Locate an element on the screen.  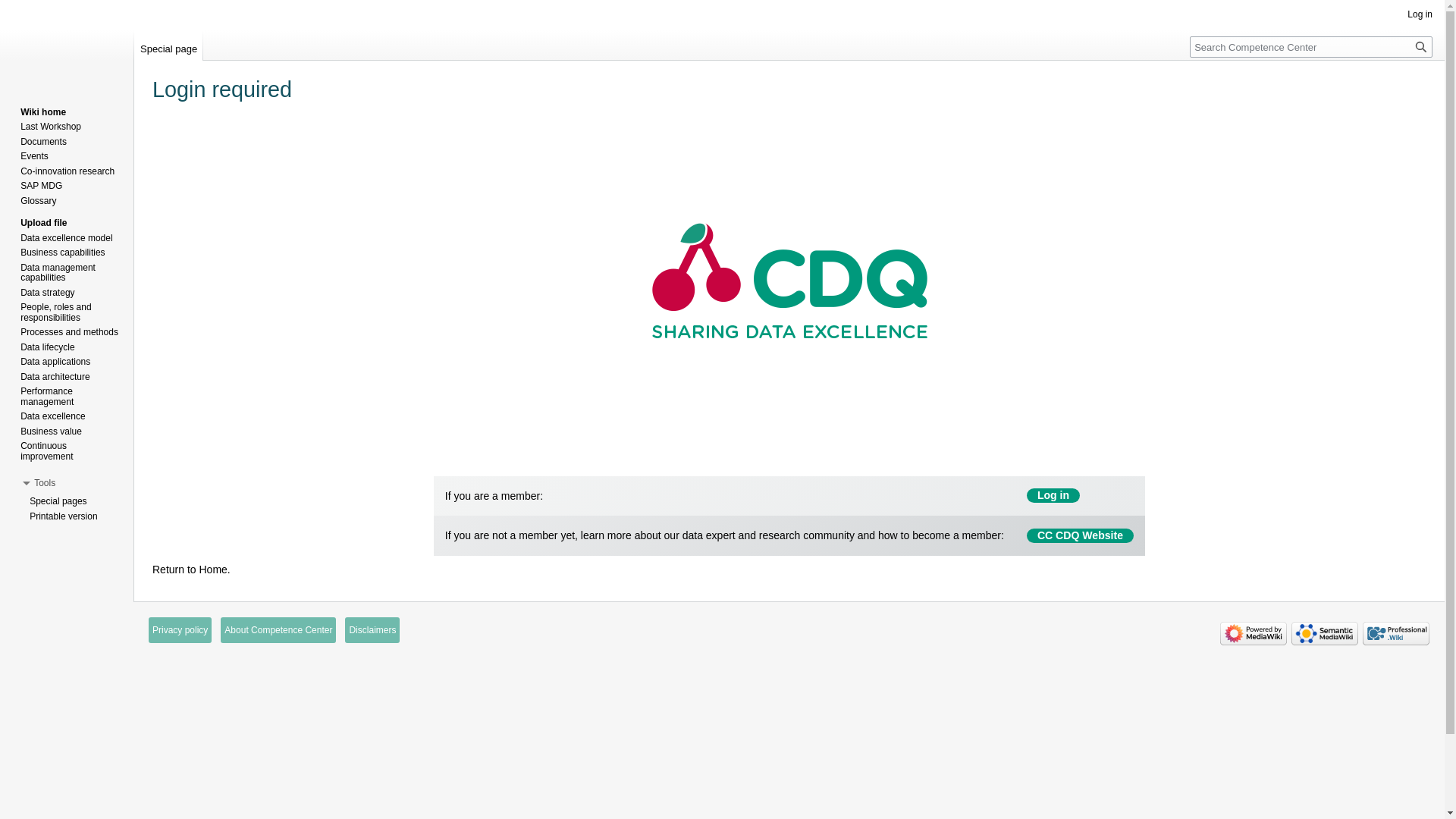
'Data strategy' is located at coordinates (47, 292).